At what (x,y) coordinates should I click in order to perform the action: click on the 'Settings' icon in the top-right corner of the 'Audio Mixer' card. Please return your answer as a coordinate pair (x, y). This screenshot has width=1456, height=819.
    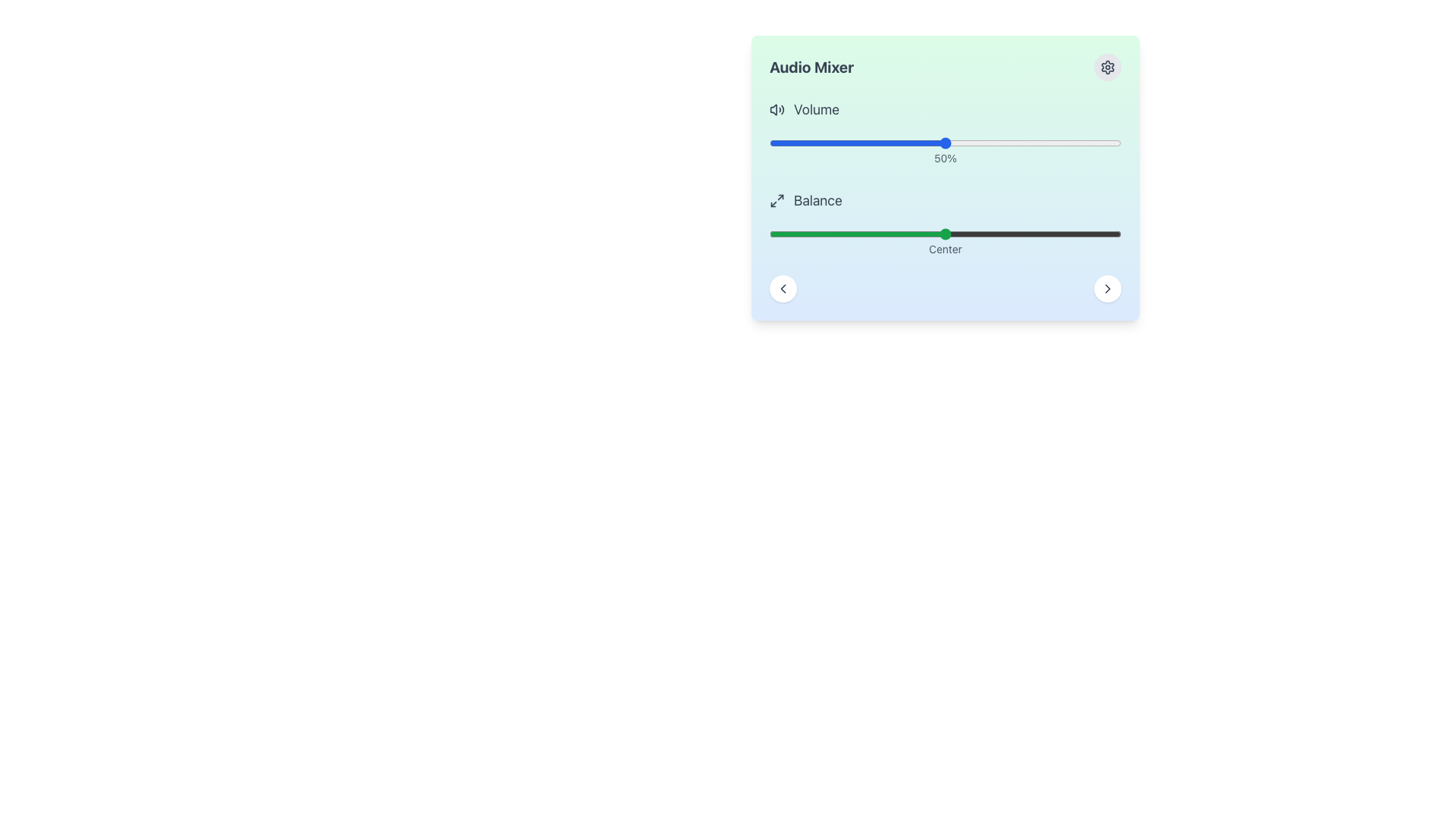
    Looking at the image, I should click on (1107, 66).